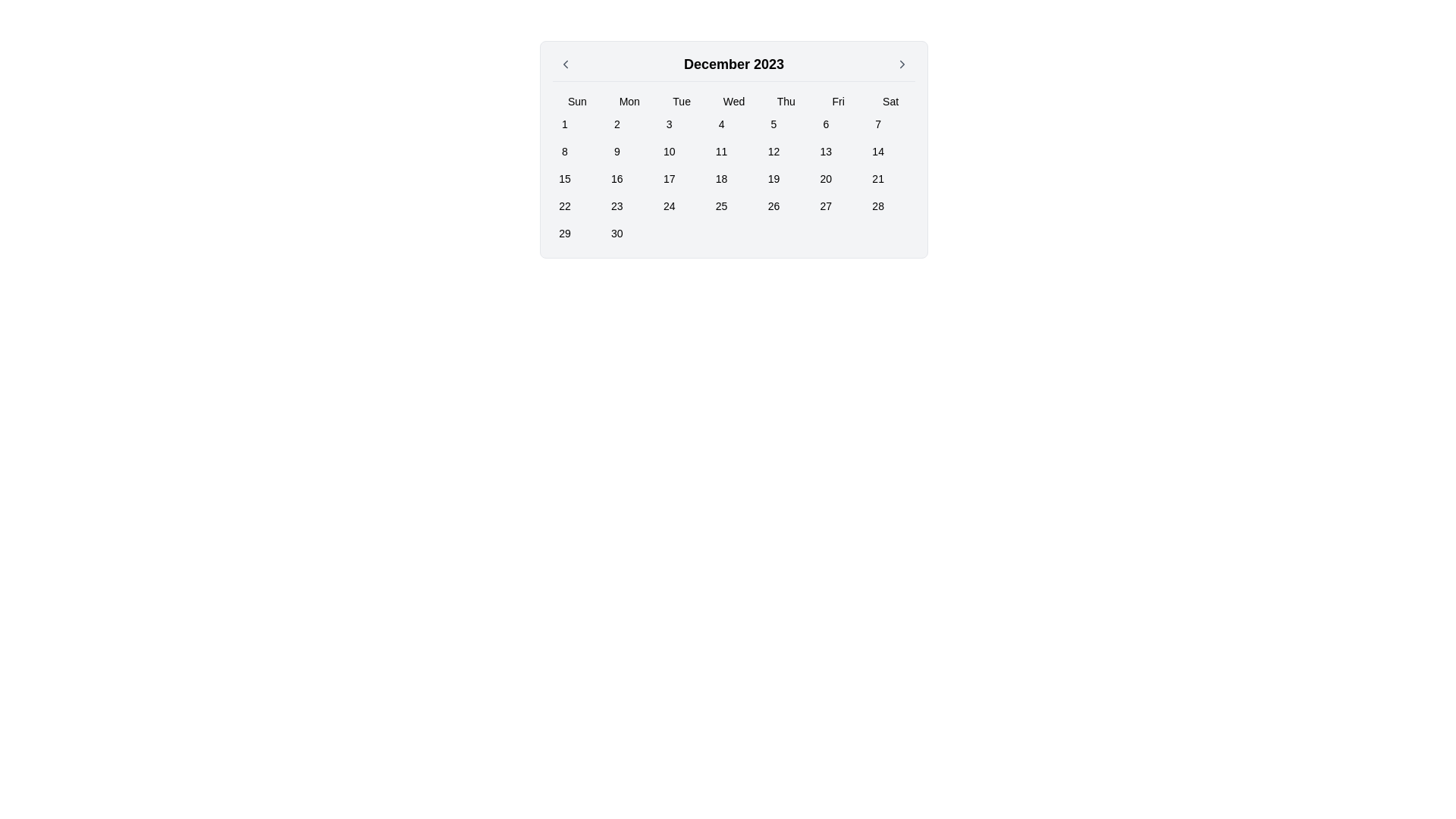 The width and height of the screenshot is (1456, 819). What do you see at coordinates (668, 177) in the screenshot?
I see `the small square button with the text '17' centered in it` at bounding box center [668, 177].